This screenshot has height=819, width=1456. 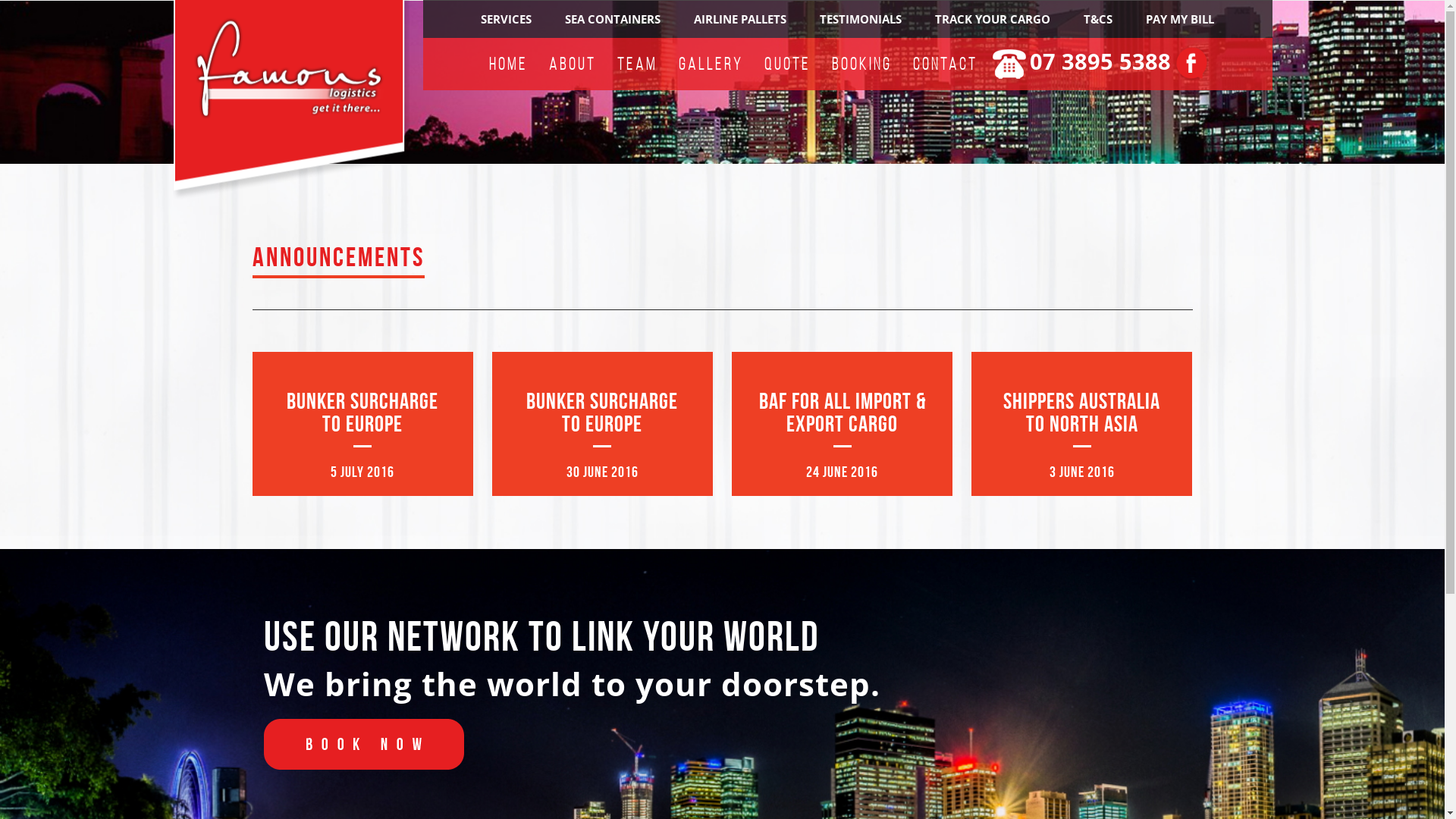 I want to click on 'BAF FOR ALL IMPORT & EXPORT CARGO', so click(x=841, y=412).